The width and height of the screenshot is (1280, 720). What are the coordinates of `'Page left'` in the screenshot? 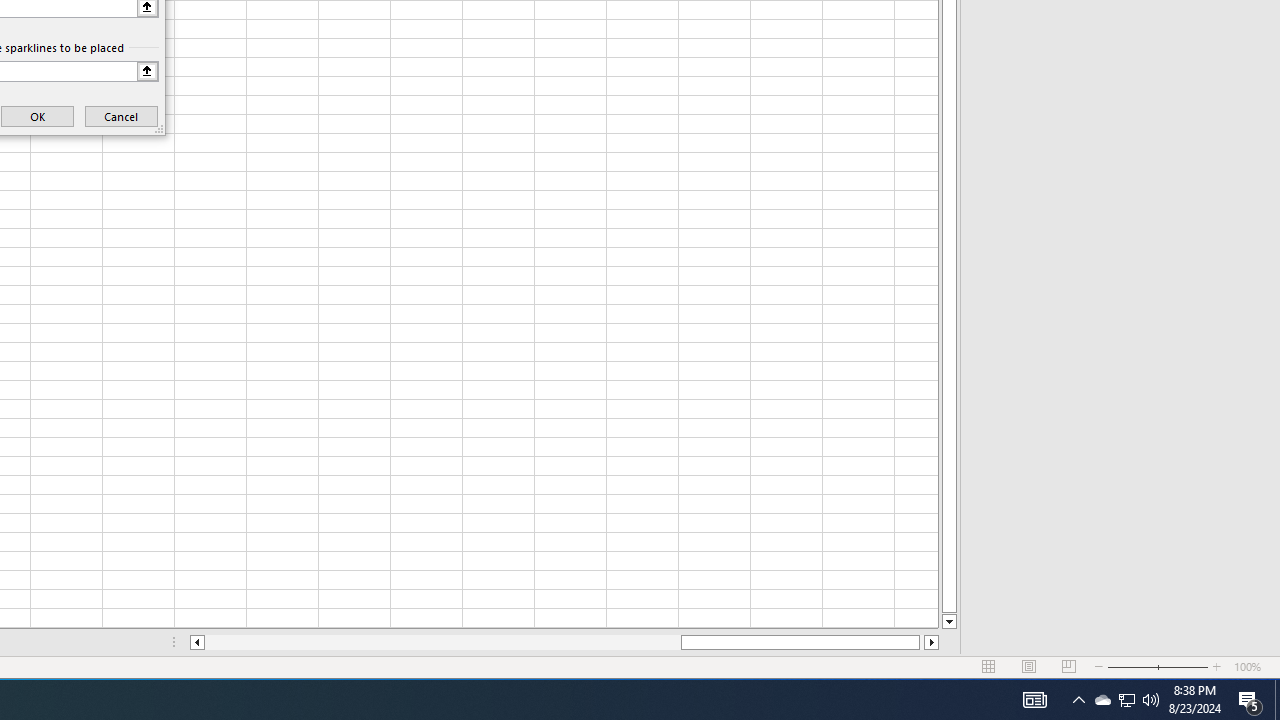 It's located at (441, 642).